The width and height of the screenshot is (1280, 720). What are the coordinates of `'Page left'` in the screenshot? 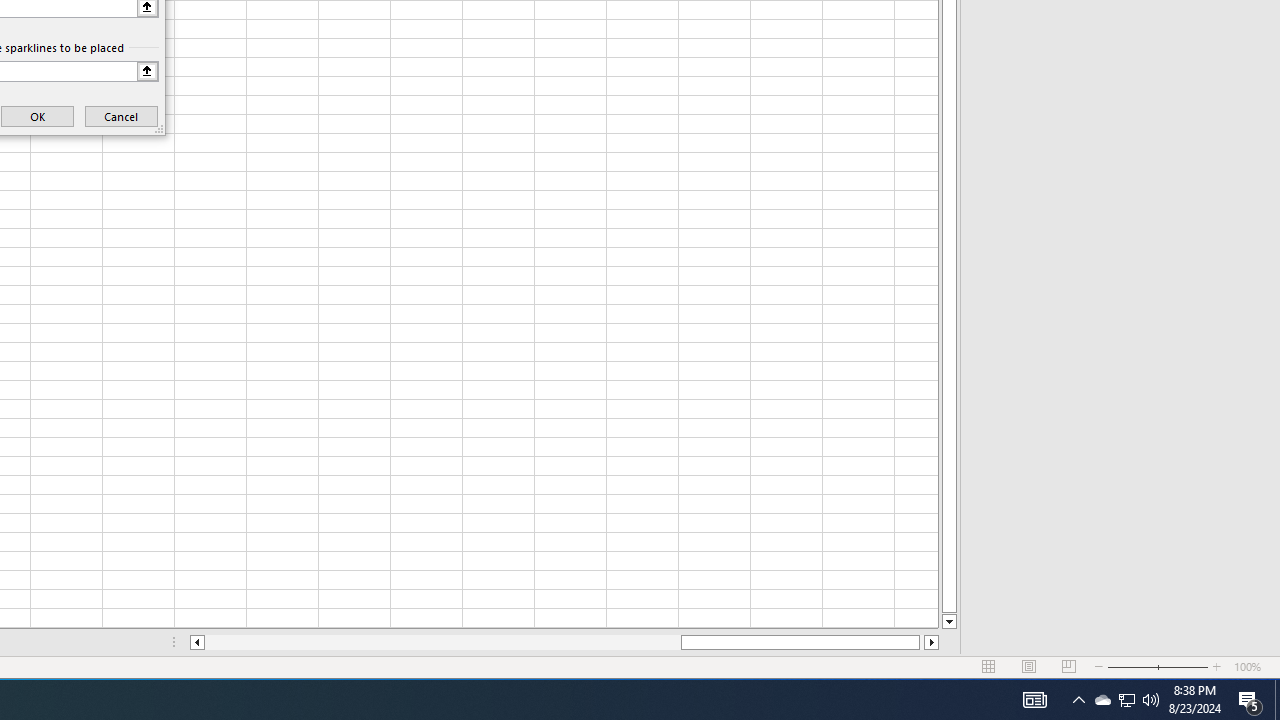 It's located at (441, 642).